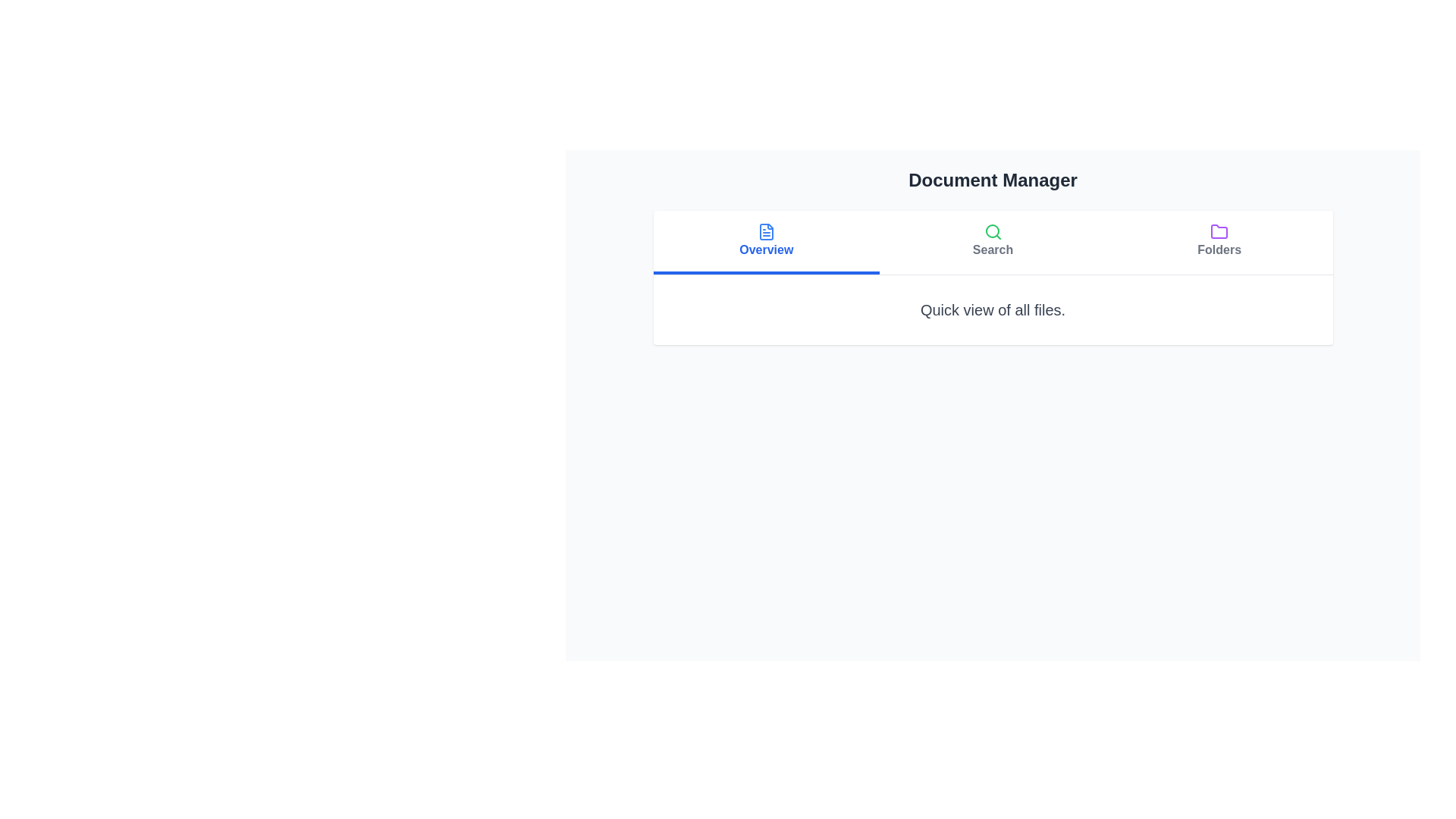  I want to click on the folder icon with a purple outline located to the right of the 'Folders' header, so click(1219, 231).